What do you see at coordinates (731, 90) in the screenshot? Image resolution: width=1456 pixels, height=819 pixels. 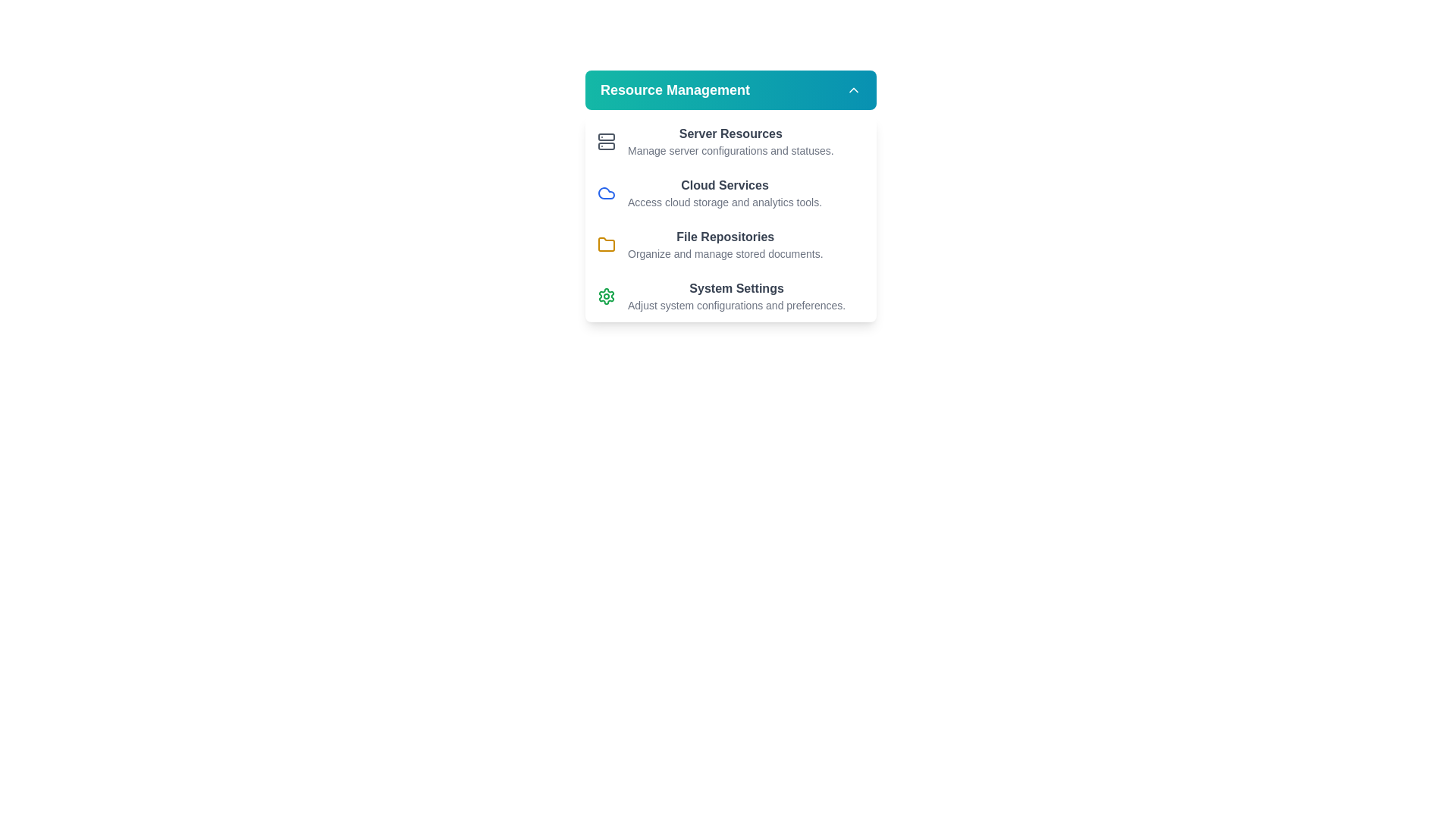 I see `the Dropdown header labeled 'Resource Management' with a gradient background` at bounding box center [731, 90].